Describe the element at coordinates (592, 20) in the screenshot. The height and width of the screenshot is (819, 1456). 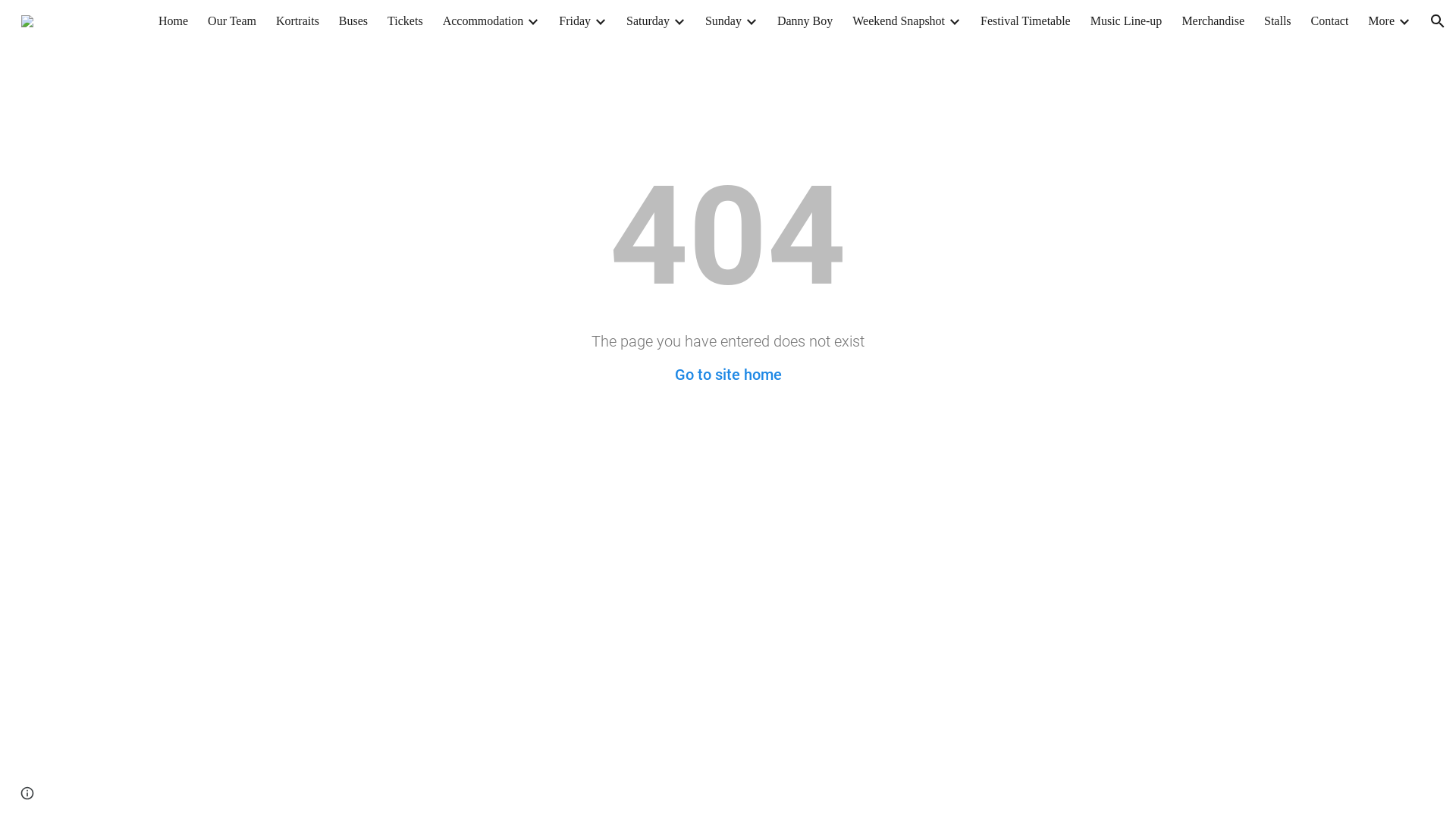
I see `'Expand/Collapse'` at that location.